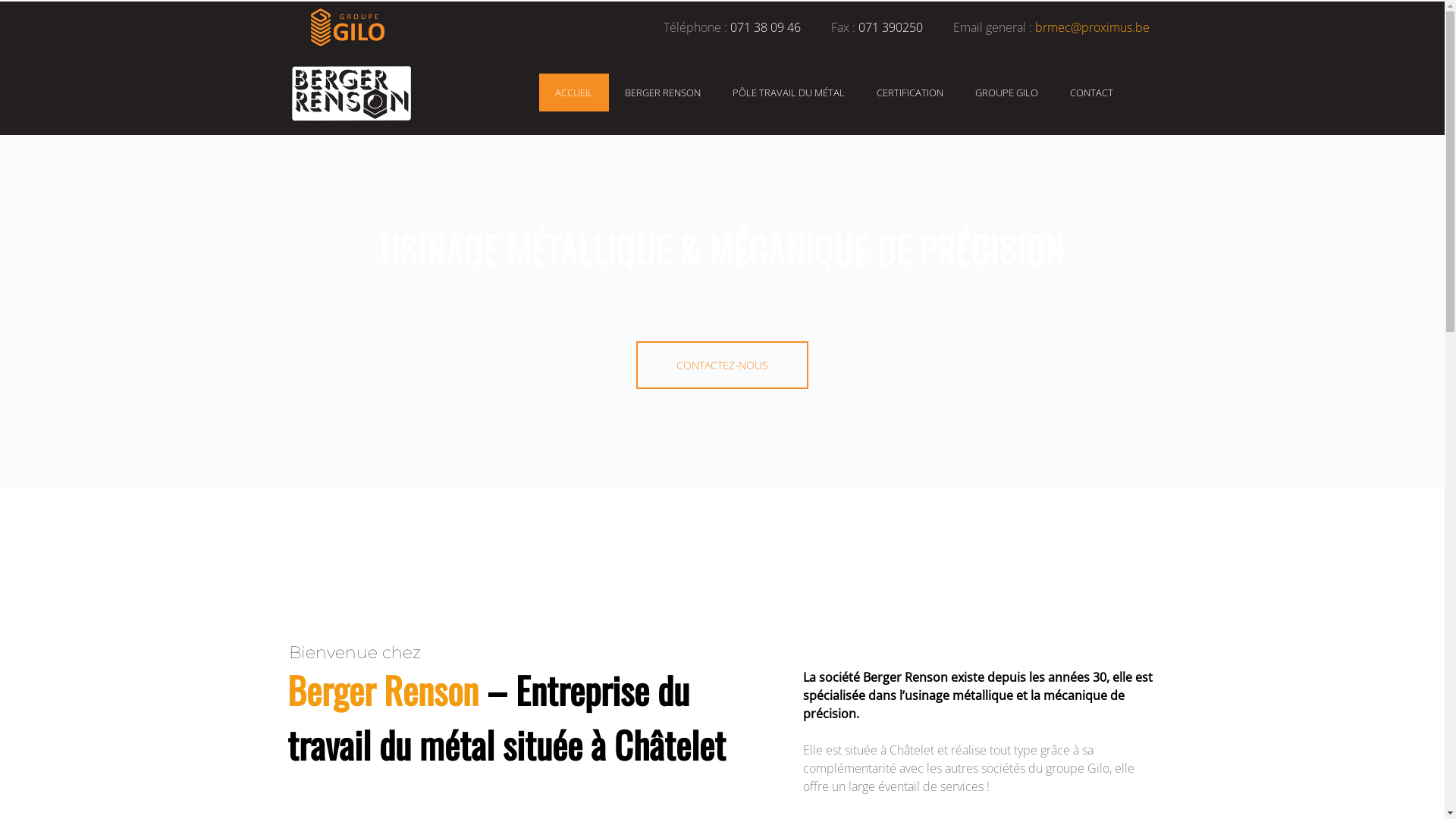  Describe the element at coordinates (877, 93) in the screenshot. I see `'CERTIFICATION'` at that location.